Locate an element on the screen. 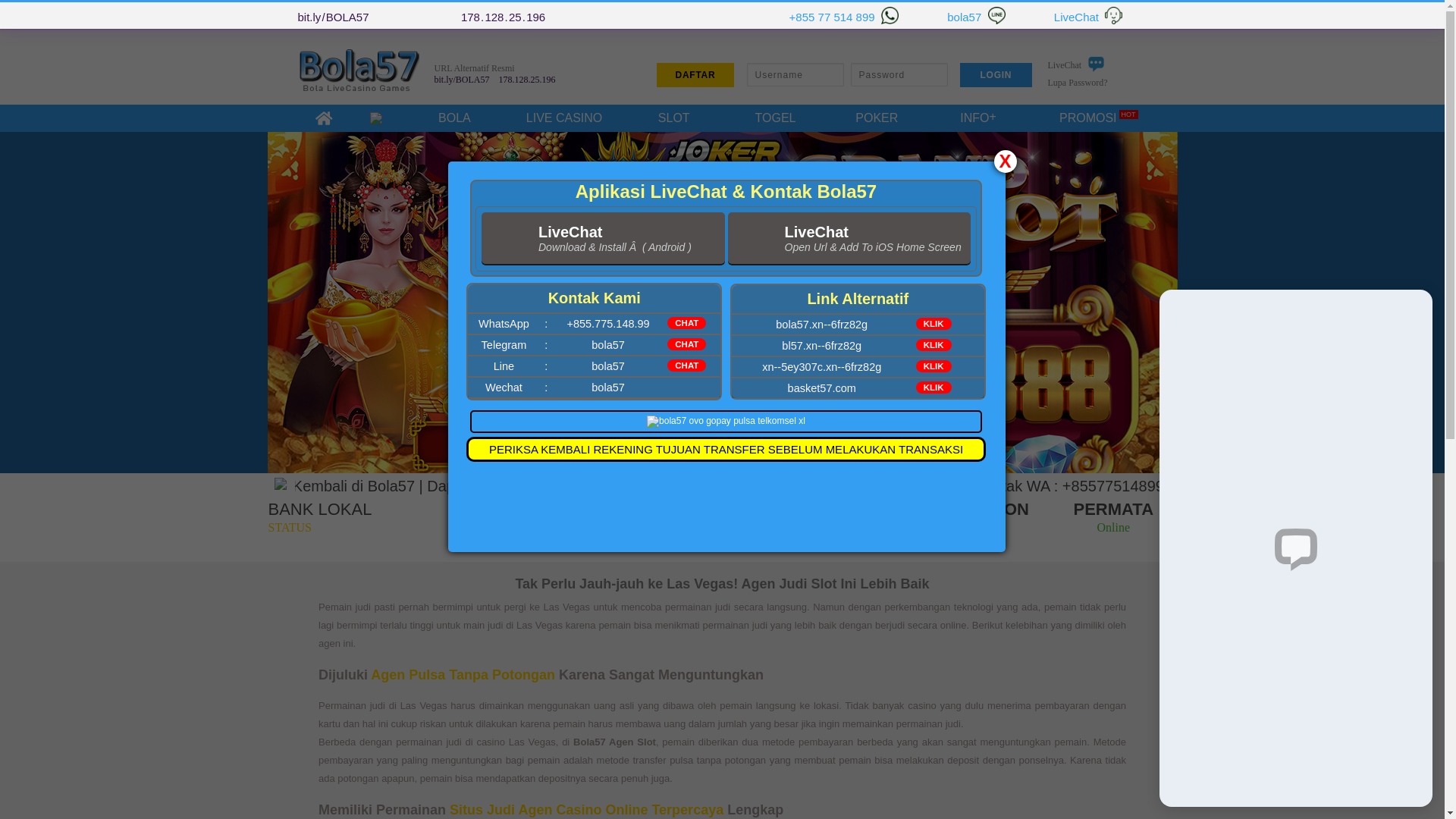 This screenshot has width=1456, height=819. 'bl57.xn--6frz82g' is located at coordinates (821, 345).